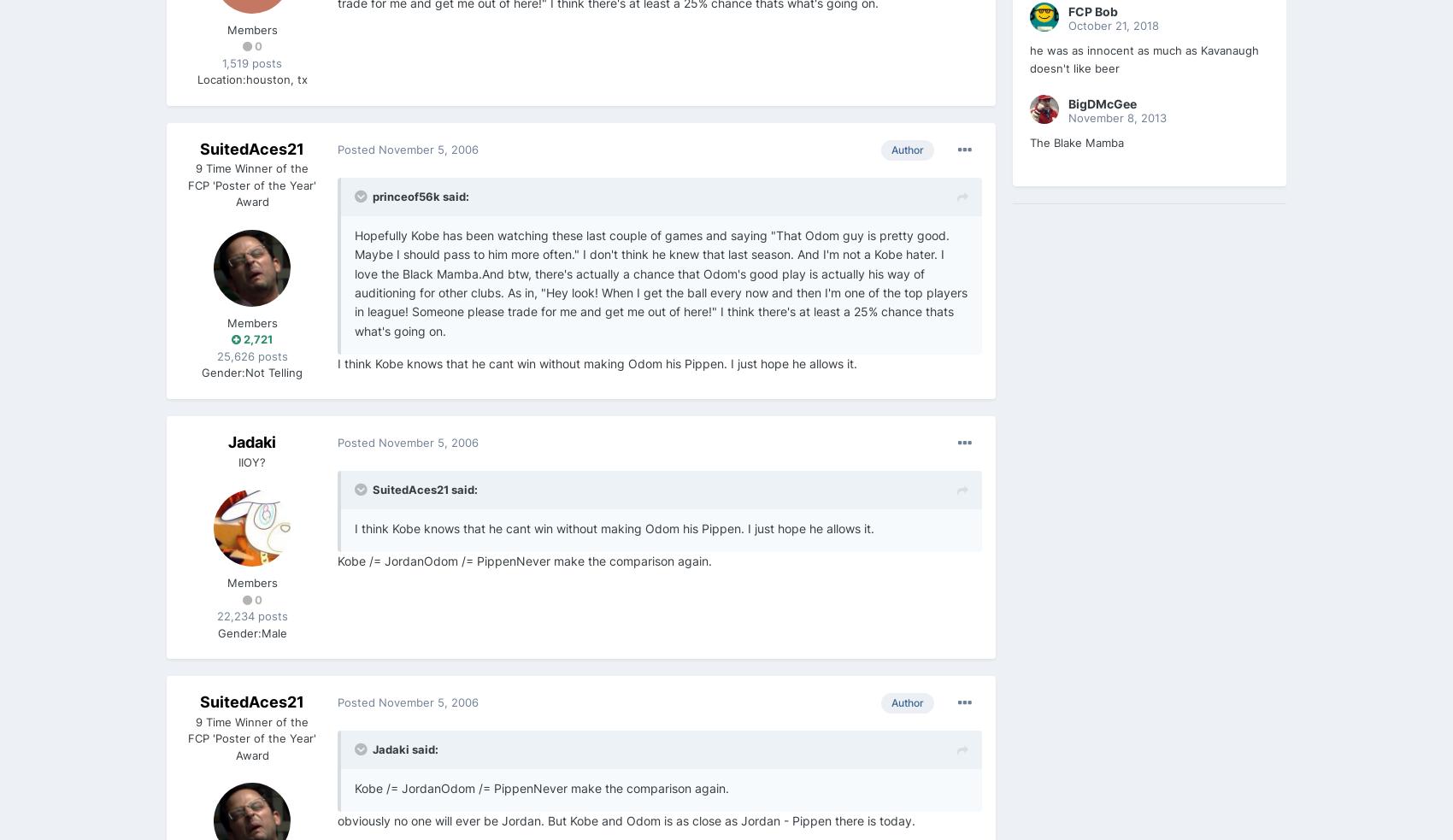 Image resolution: width=1453 pixels, height=840 pixels. I want to click on '25,626 posts', so click(251, 355).